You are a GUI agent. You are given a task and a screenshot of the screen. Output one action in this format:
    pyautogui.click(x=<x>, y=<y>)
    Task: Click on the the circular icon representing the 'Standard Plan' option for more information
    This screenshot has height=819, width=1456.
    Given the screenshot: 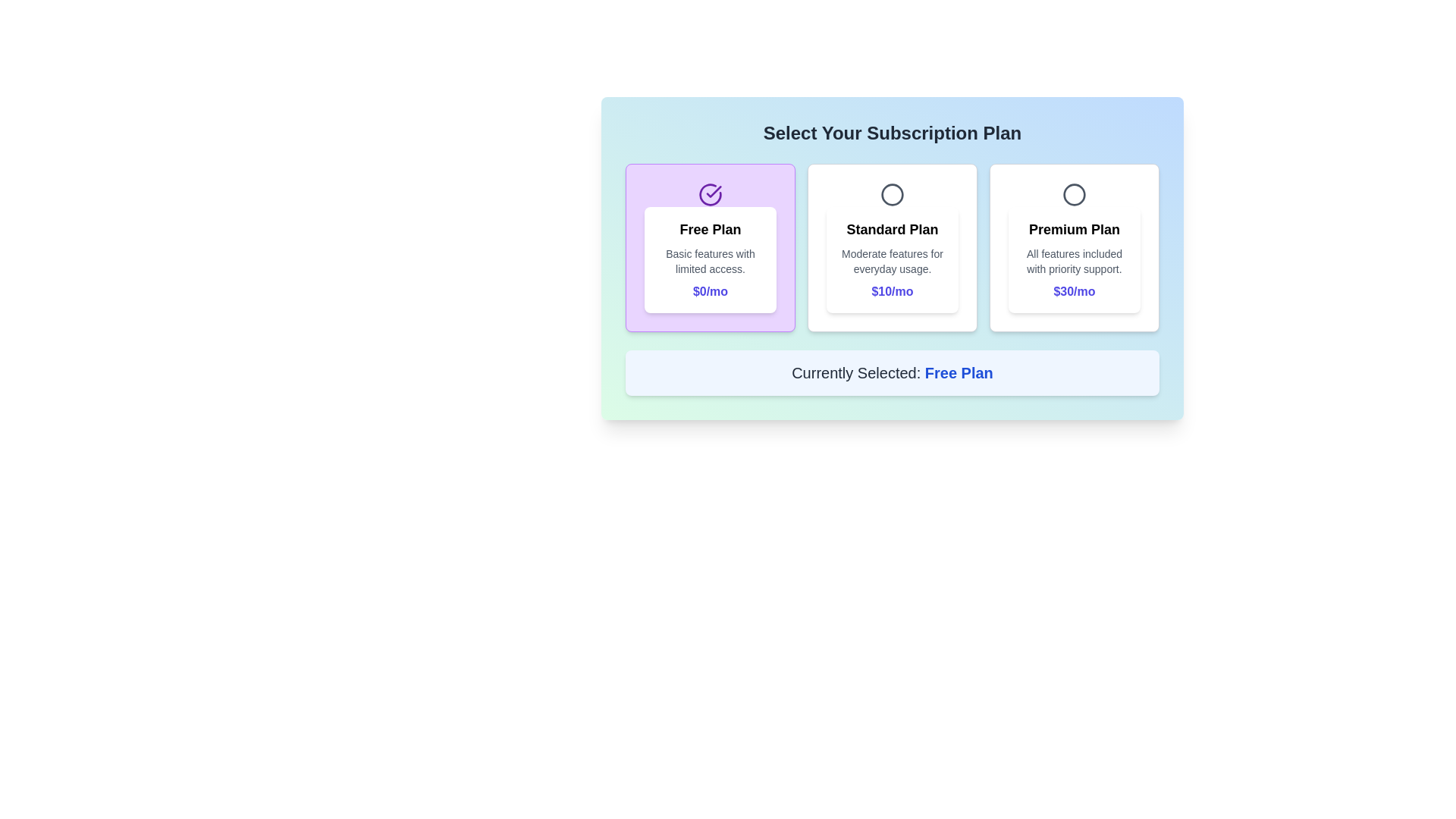 What is the action you would take?
    pyautogui.click(x=892, y=194)
    